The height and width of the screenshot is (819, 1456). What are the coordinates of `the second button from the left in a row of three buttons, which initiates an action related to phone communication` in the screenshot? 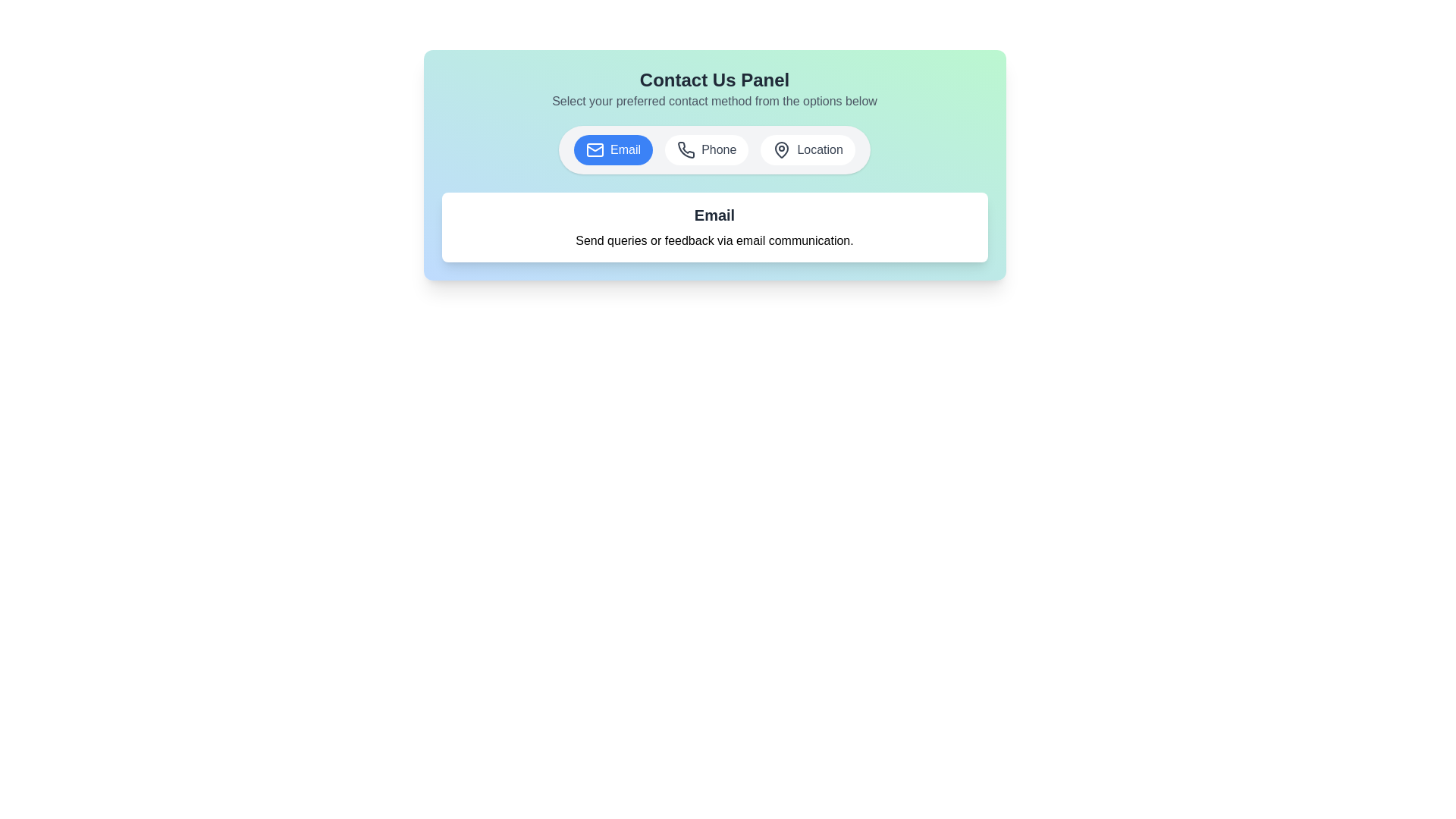 It's located at (714, 149).